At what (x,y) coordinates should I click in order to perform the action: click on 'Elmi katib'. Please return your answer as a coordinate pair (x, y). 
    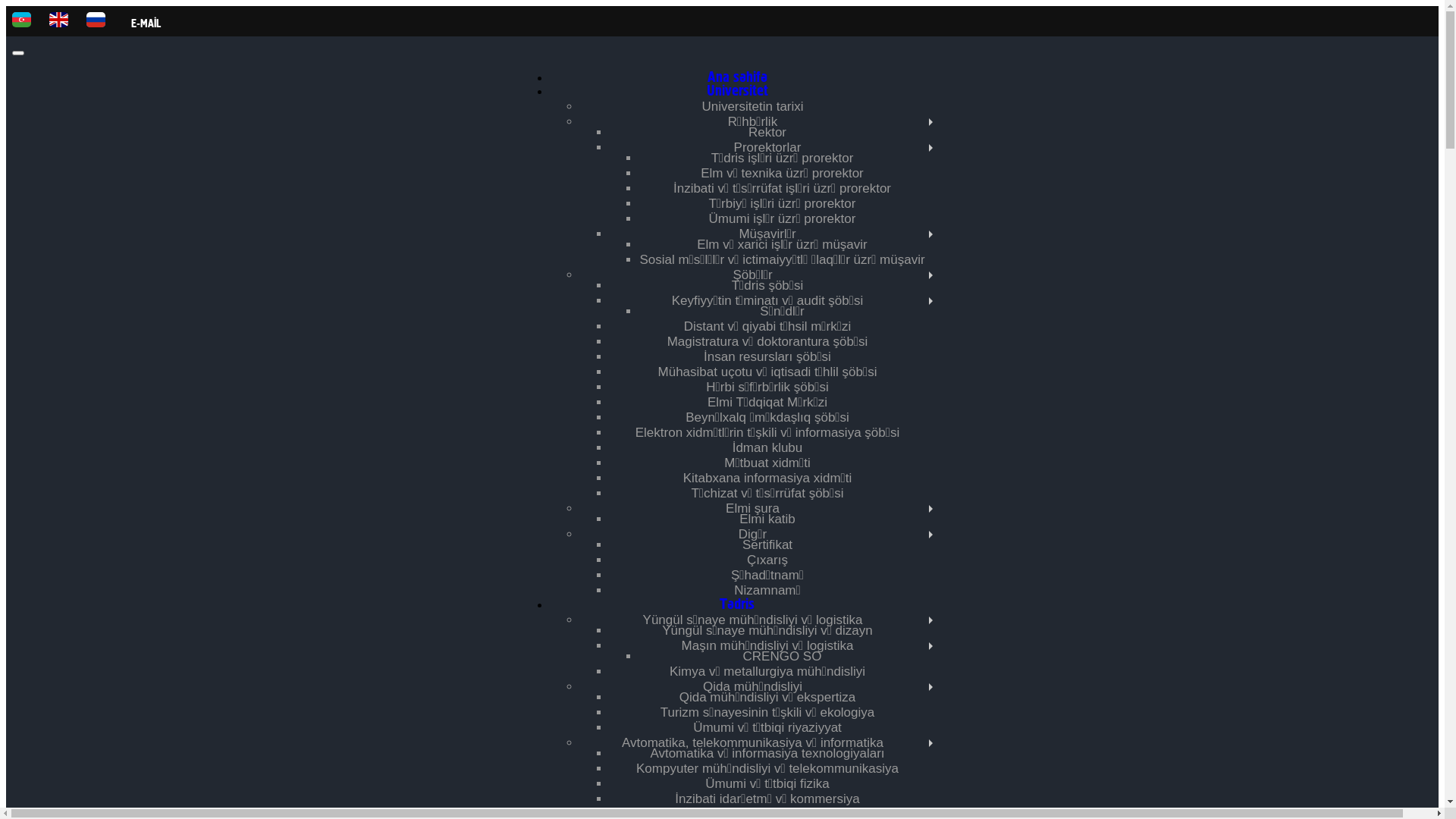
    Looking at the image, I should click on (739, 518).